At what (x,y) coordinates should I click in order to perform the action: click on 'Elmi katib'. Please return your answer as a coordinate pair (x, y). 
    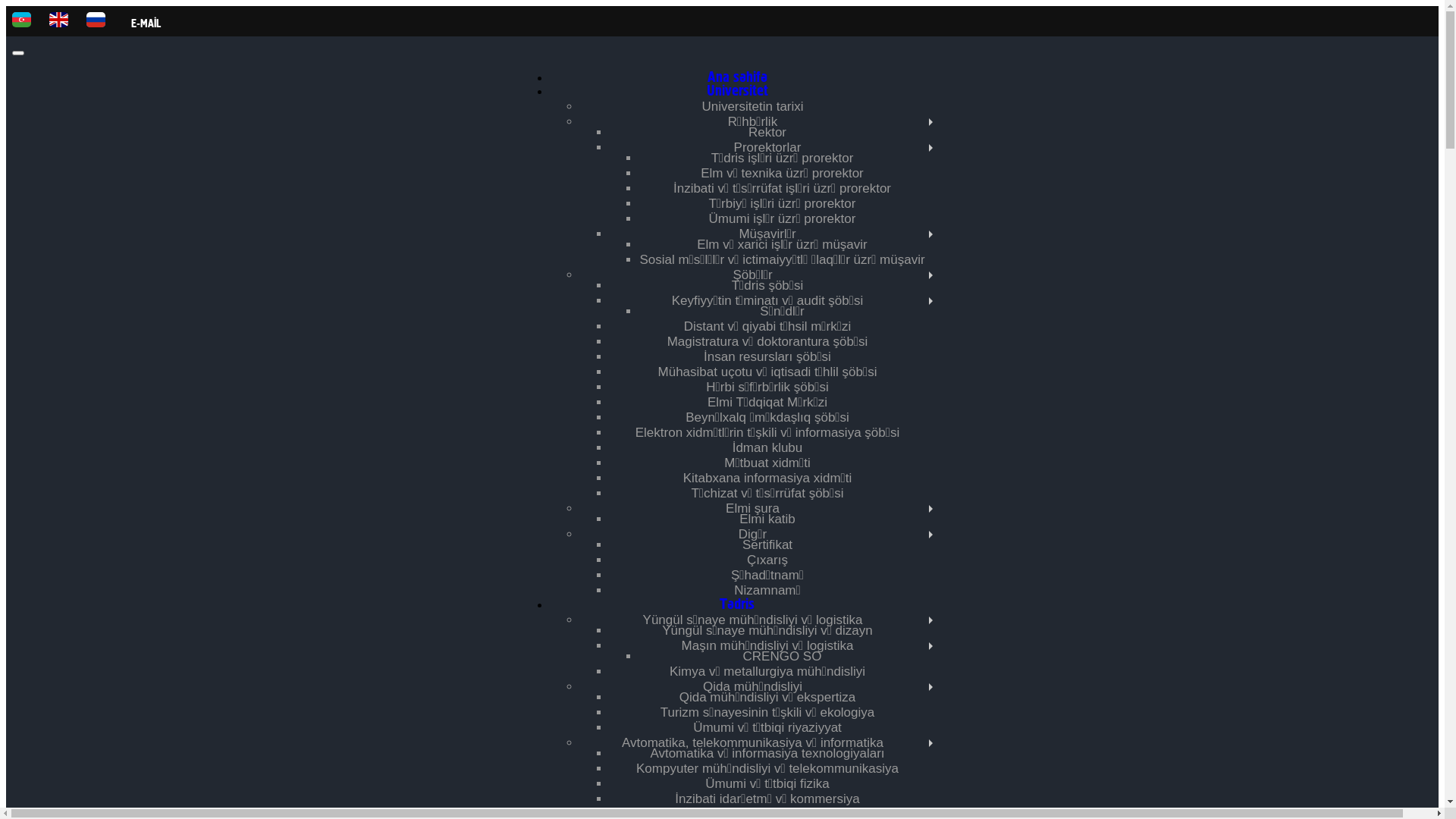
    Looking at the image, I should click on (739, 518).